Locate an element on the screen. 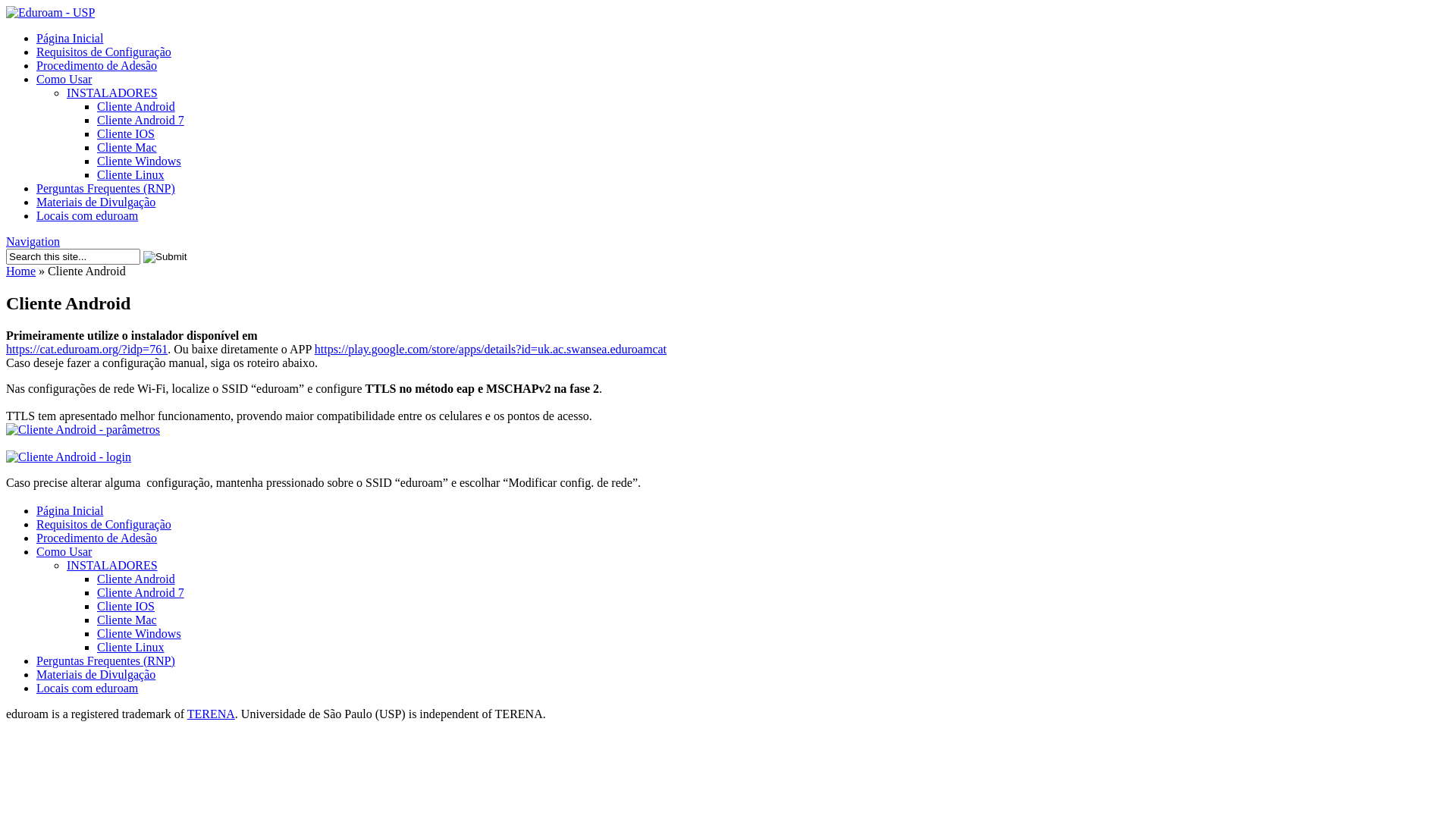 The image size is (1456, 819). 'https://cat.eduroam.org/?idp=761' is located at coordinates (86, 349).